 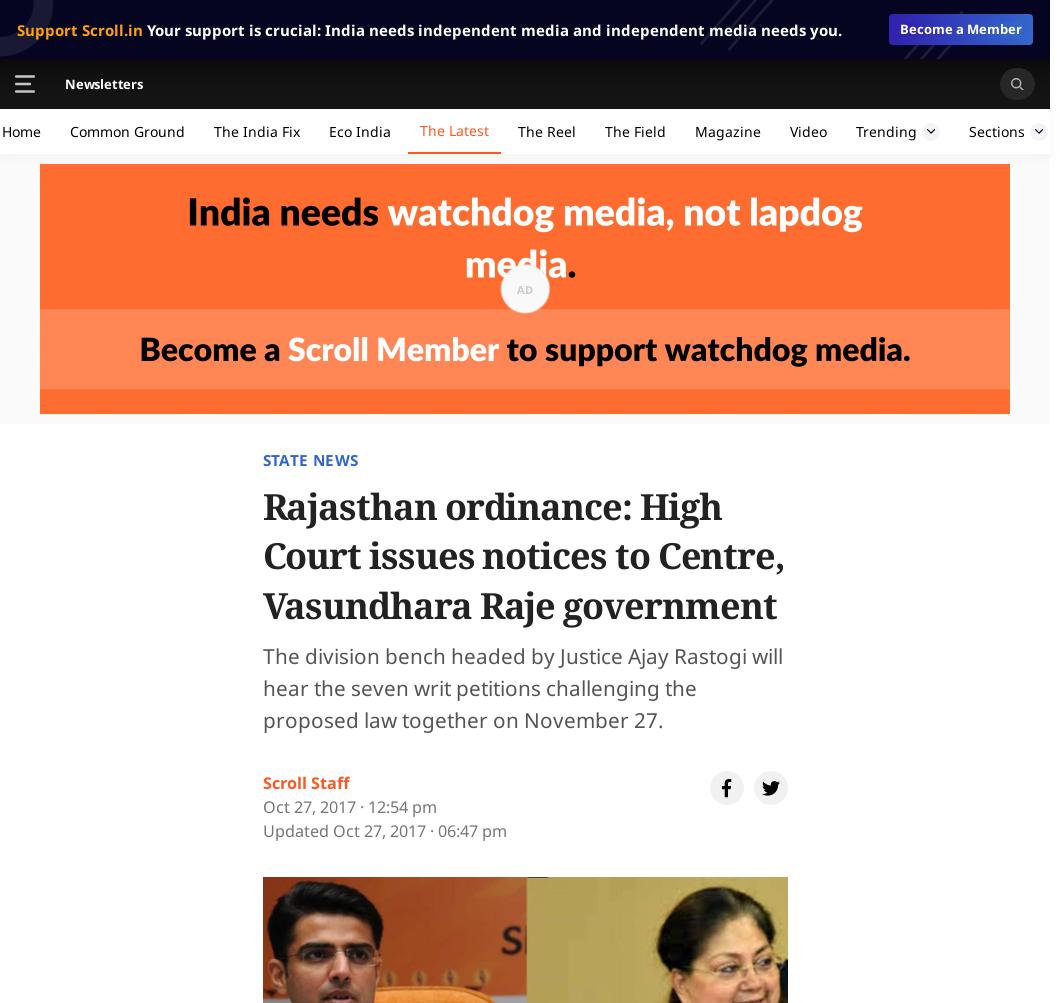 I want to click on 'Ad', so click(x=524, y=288).